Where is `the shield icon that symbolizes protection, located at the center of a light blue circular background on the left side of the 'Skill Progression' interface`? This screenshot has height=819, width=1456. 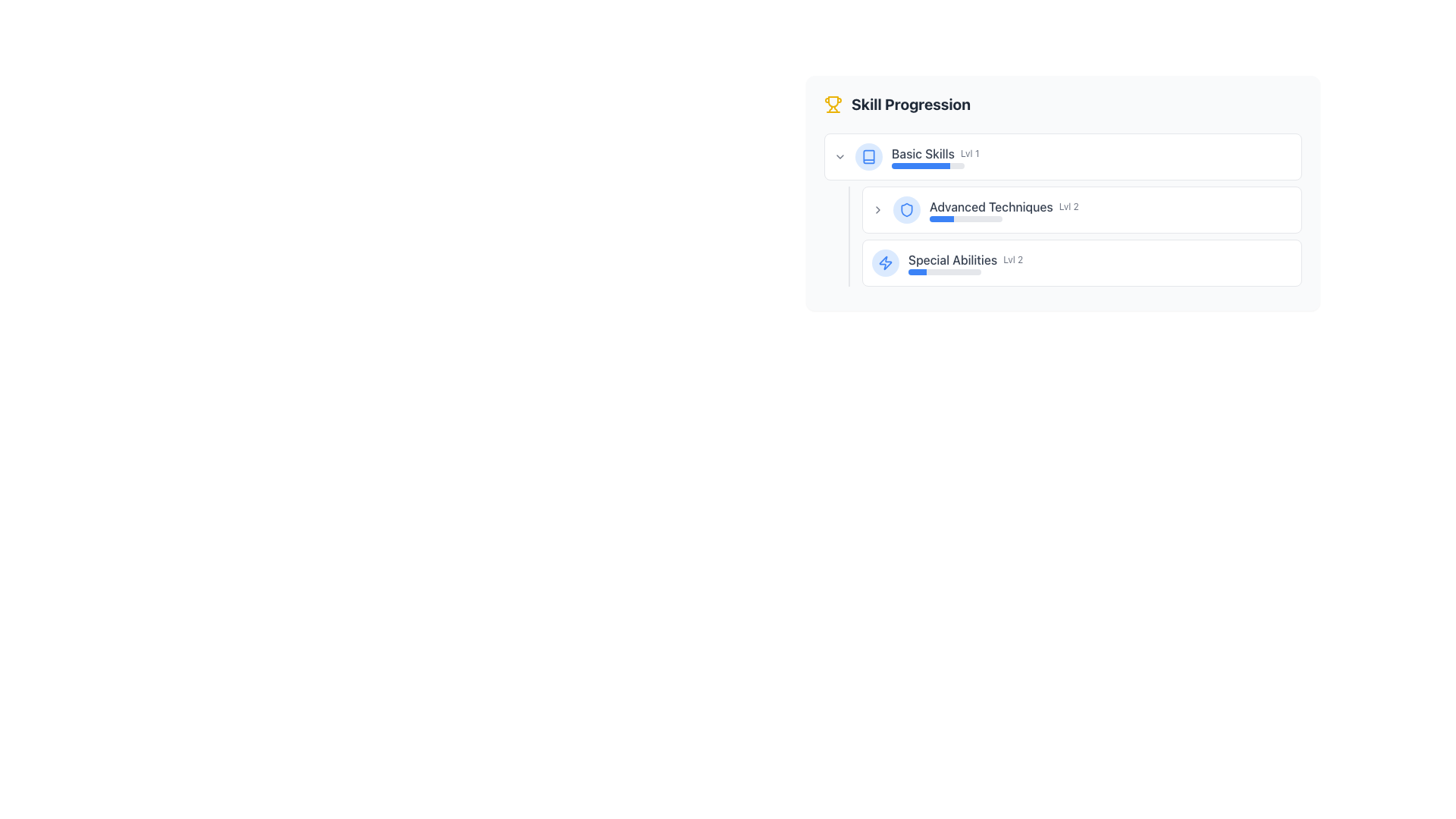
the shield icon that symbolizes protection, located at the center of a light blue circular background on the left side of the 'Skill Progression' interface is located at coordinates (906, 210).